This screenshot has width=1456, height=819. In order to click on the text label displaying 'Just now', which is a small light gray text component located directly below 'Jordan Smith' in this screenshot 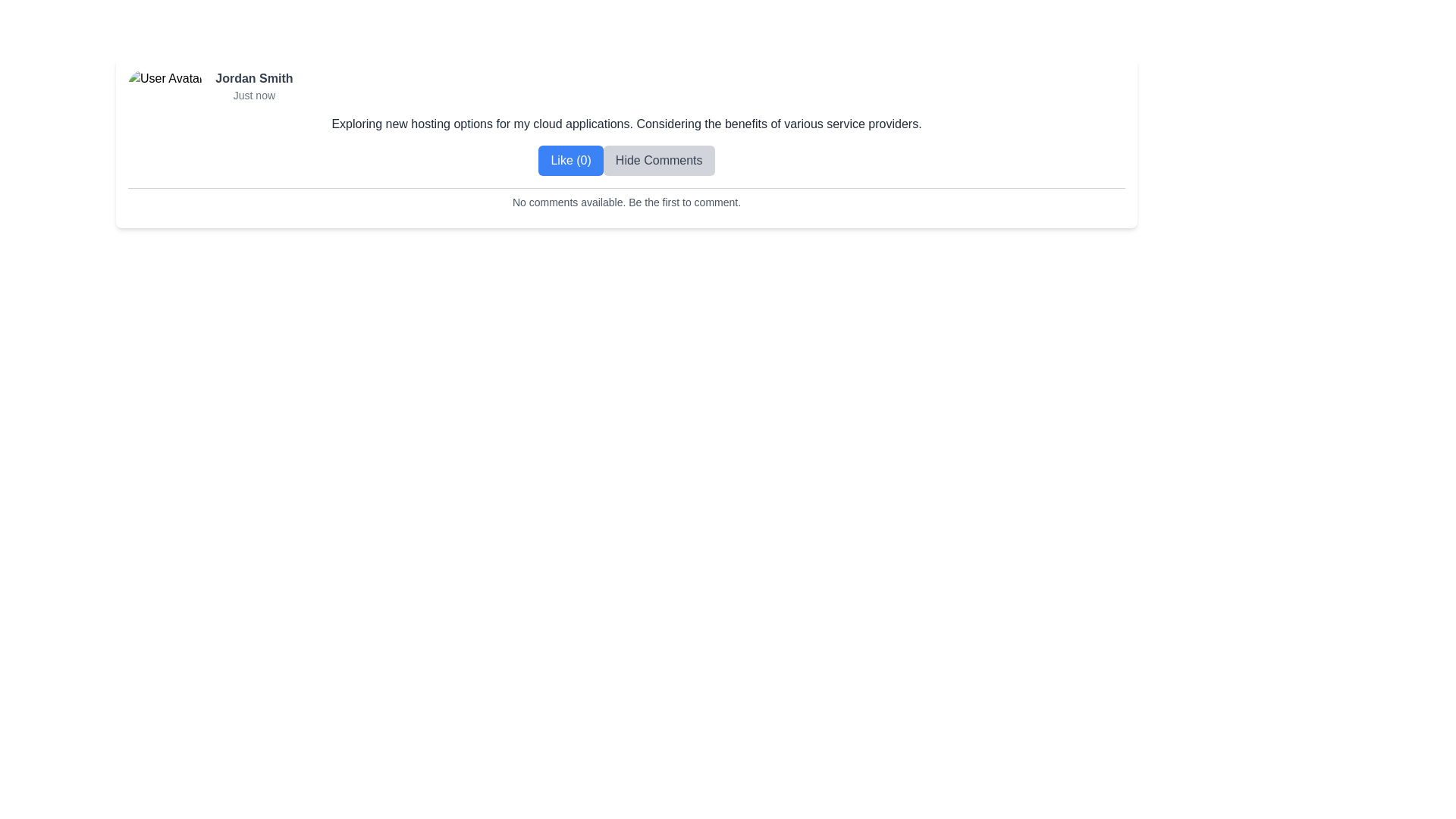, I will do `click(254, 96)`.